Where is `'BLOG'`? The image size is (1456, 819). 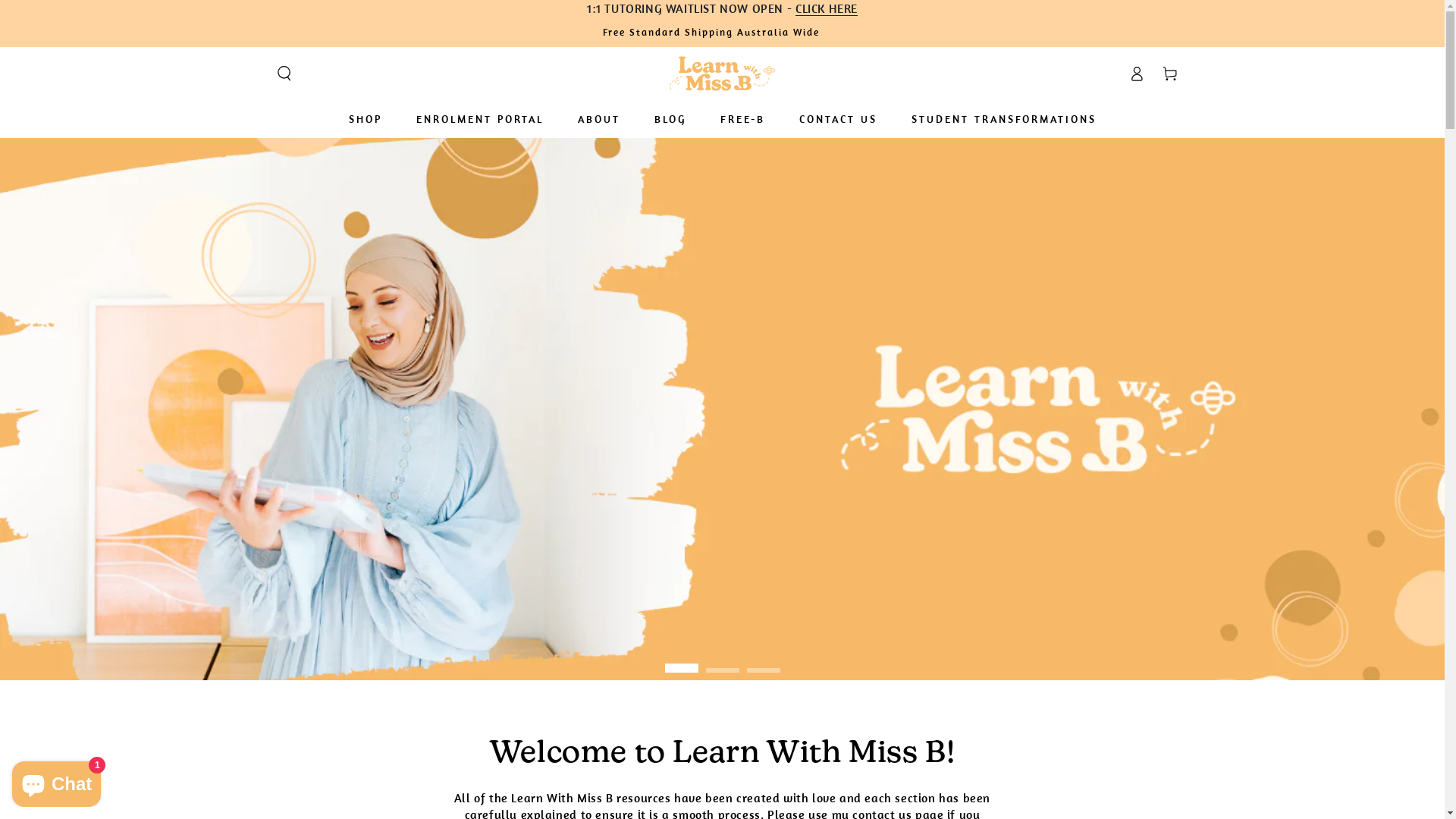
'BLOG' is located at coordinates (669, 118).